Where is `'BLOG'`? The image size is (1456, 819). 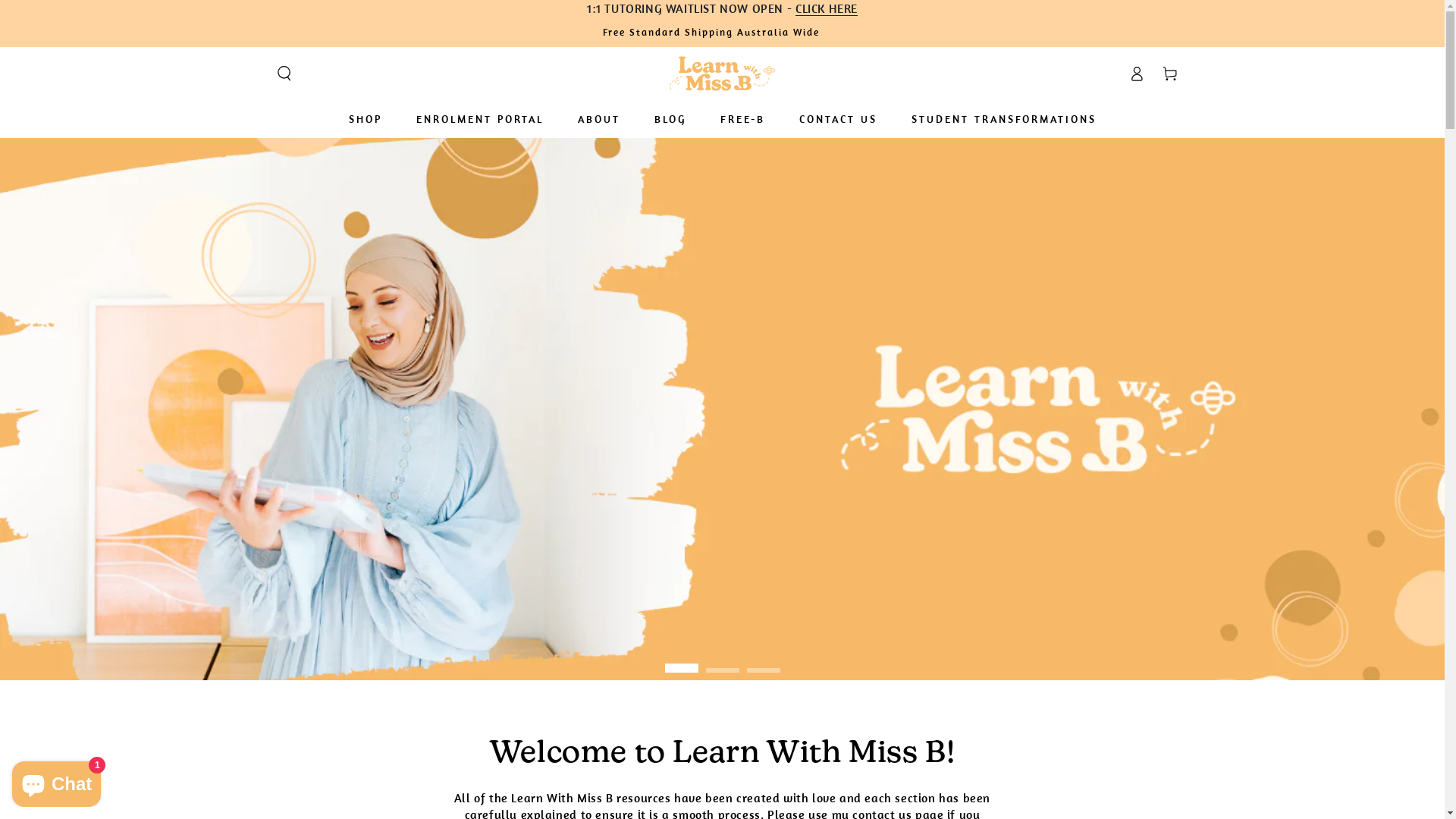
'BLOG' is located at coordinates (669, 118).